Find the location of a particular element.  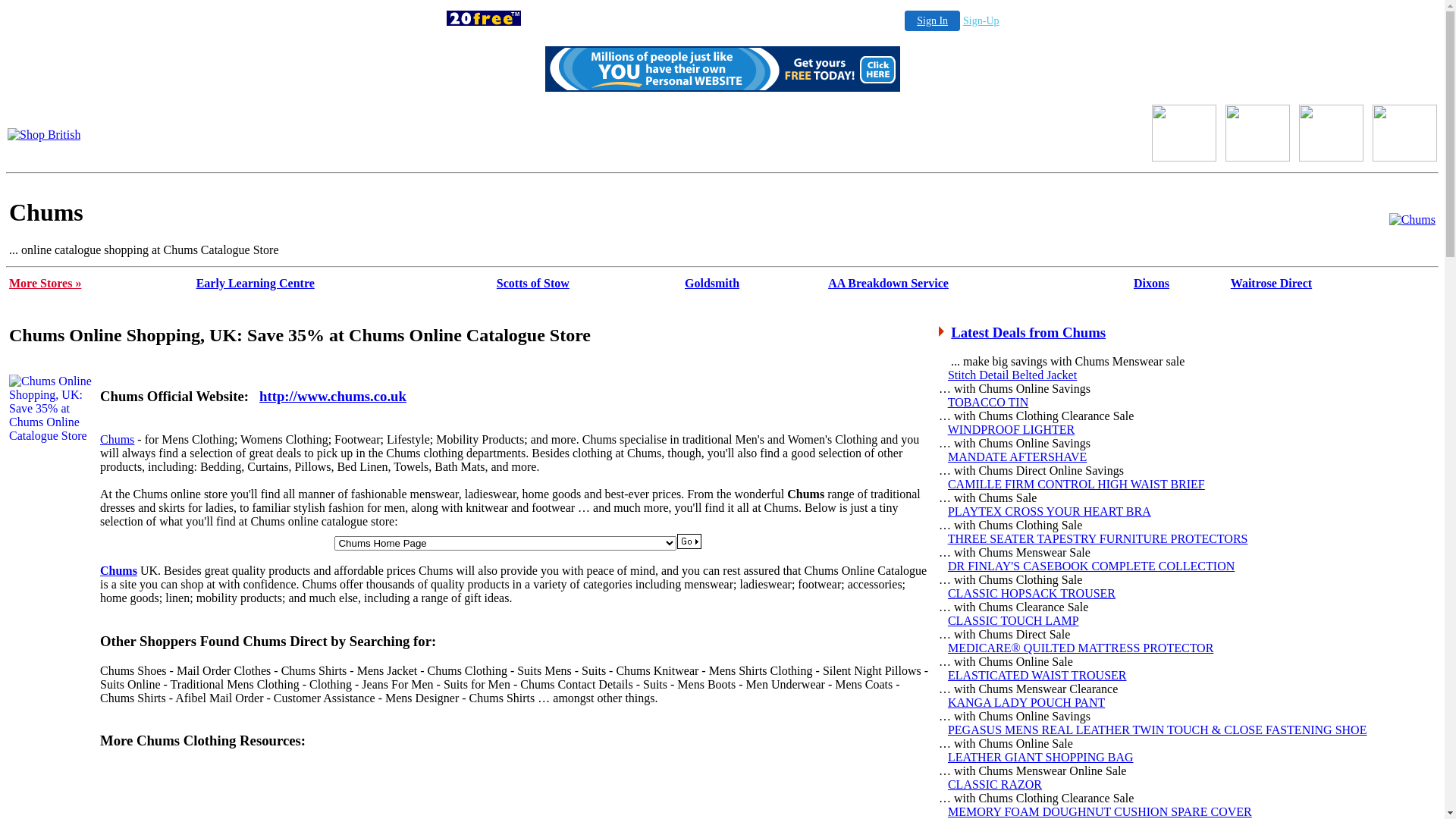

'Shop British' is located at coordinates (7, 133).